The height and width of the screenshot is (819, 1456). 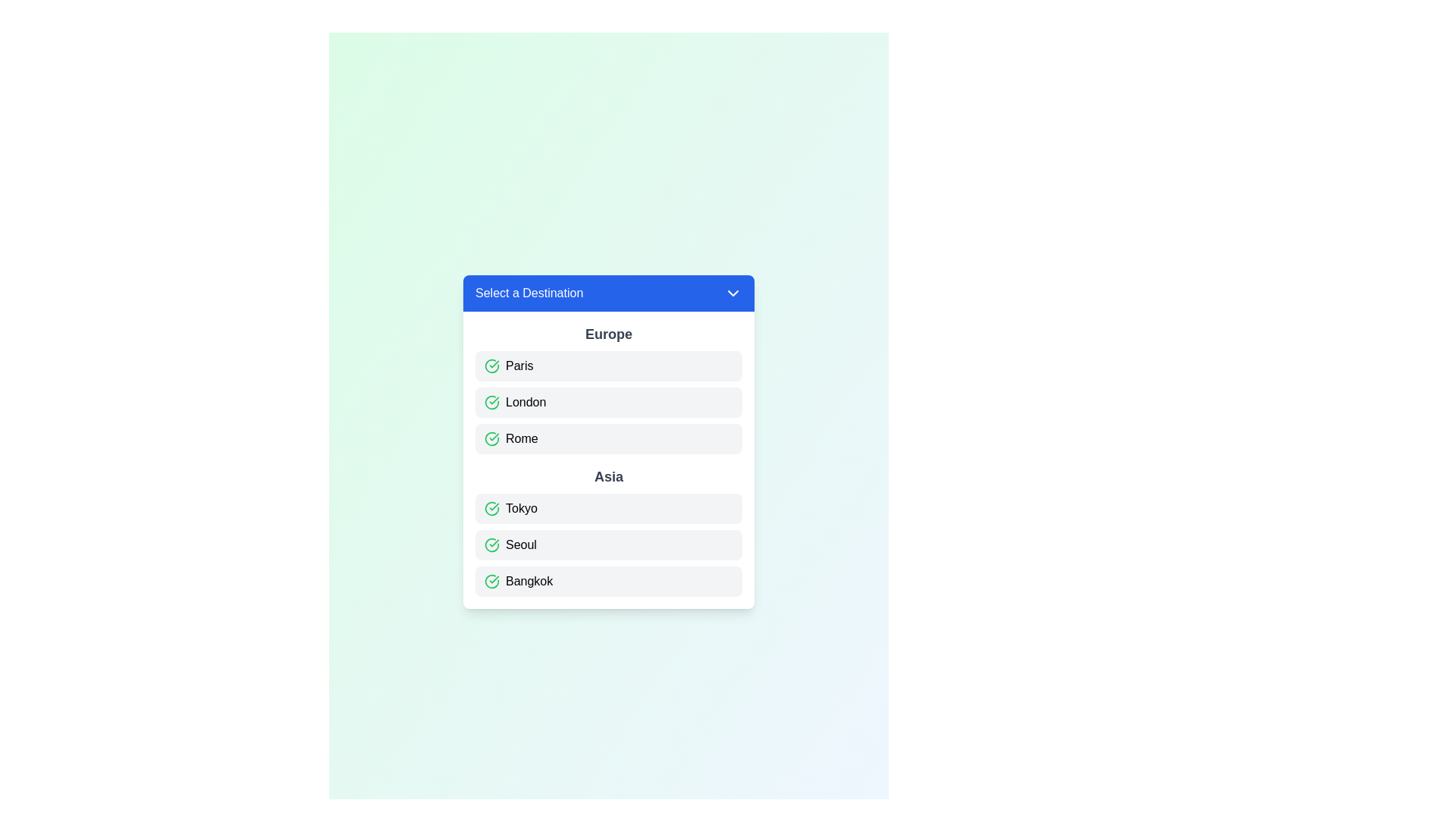 I want to click on the Text label representing a destination item in the list under the 'Asia' category, so click(x=521, y=509).